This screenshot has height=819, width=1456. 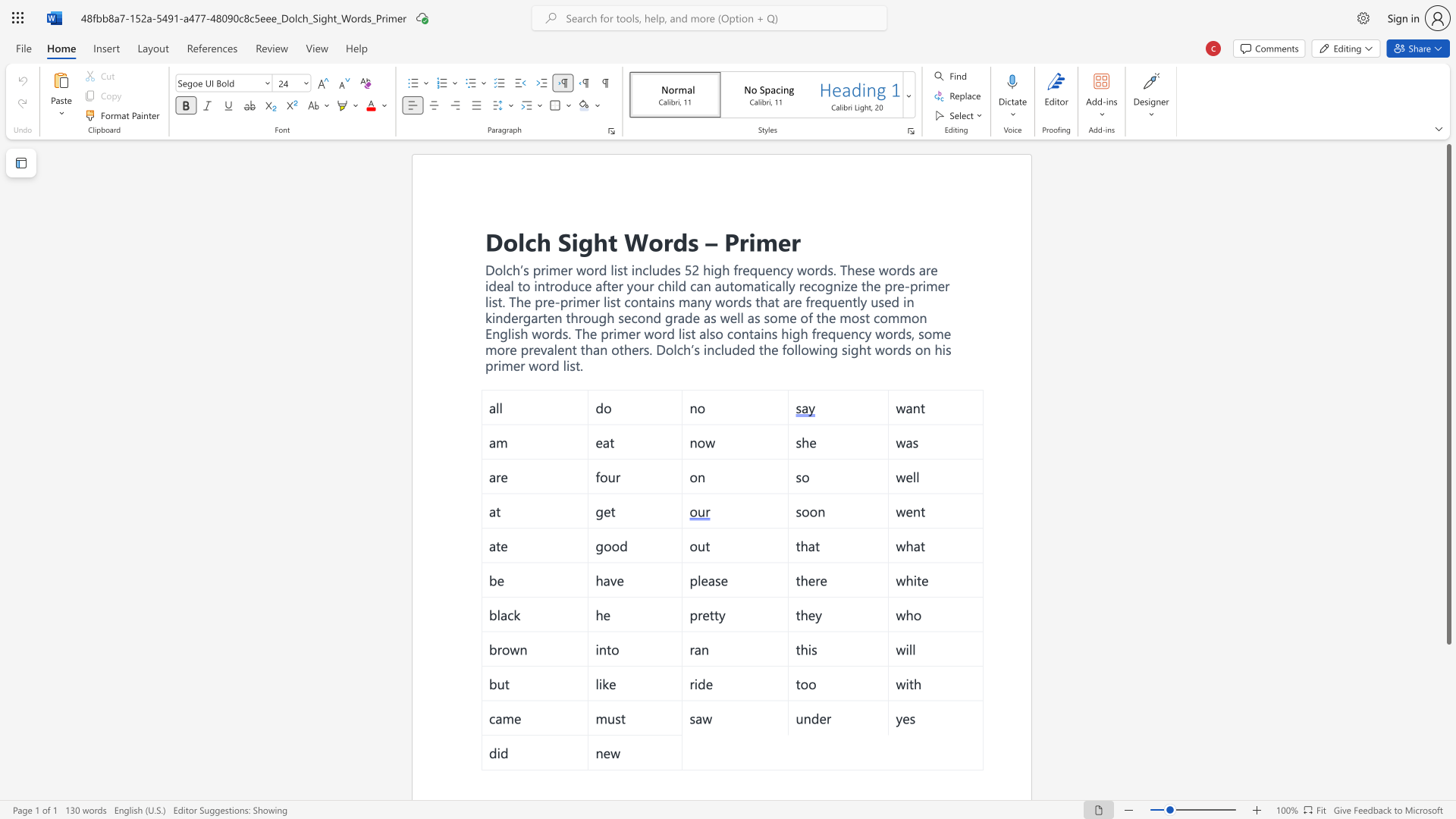 I want to click on the 3th character "a" in the text, so click(x=786, y=301).